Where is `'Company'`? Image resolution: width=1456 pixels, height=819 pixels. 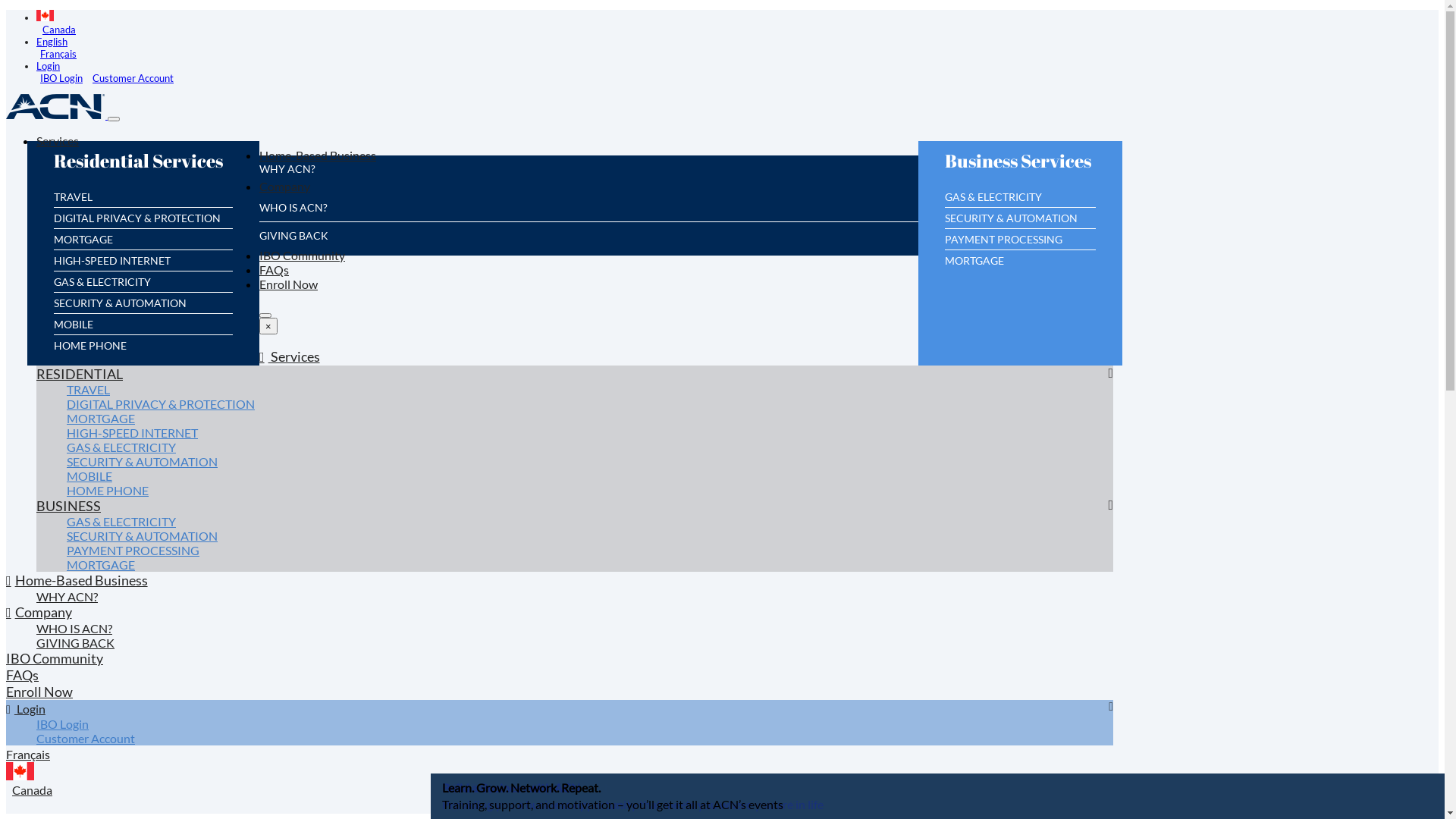 'Company' is located at coordinates (259, 191).